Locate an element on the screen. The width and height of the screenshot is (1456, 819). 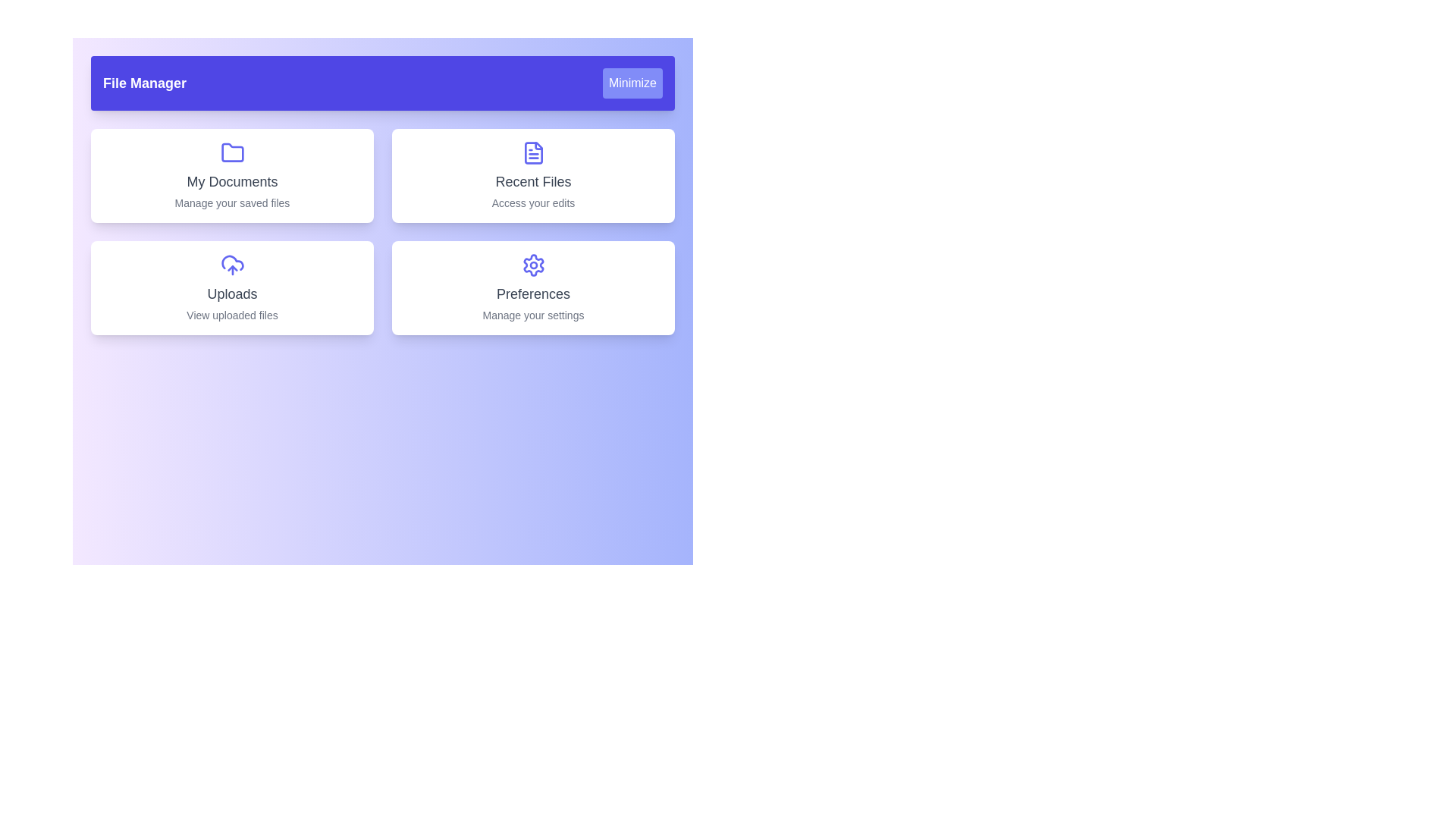
the section labeled Preferences to explore its functionality is located at coordinates (533, 288).